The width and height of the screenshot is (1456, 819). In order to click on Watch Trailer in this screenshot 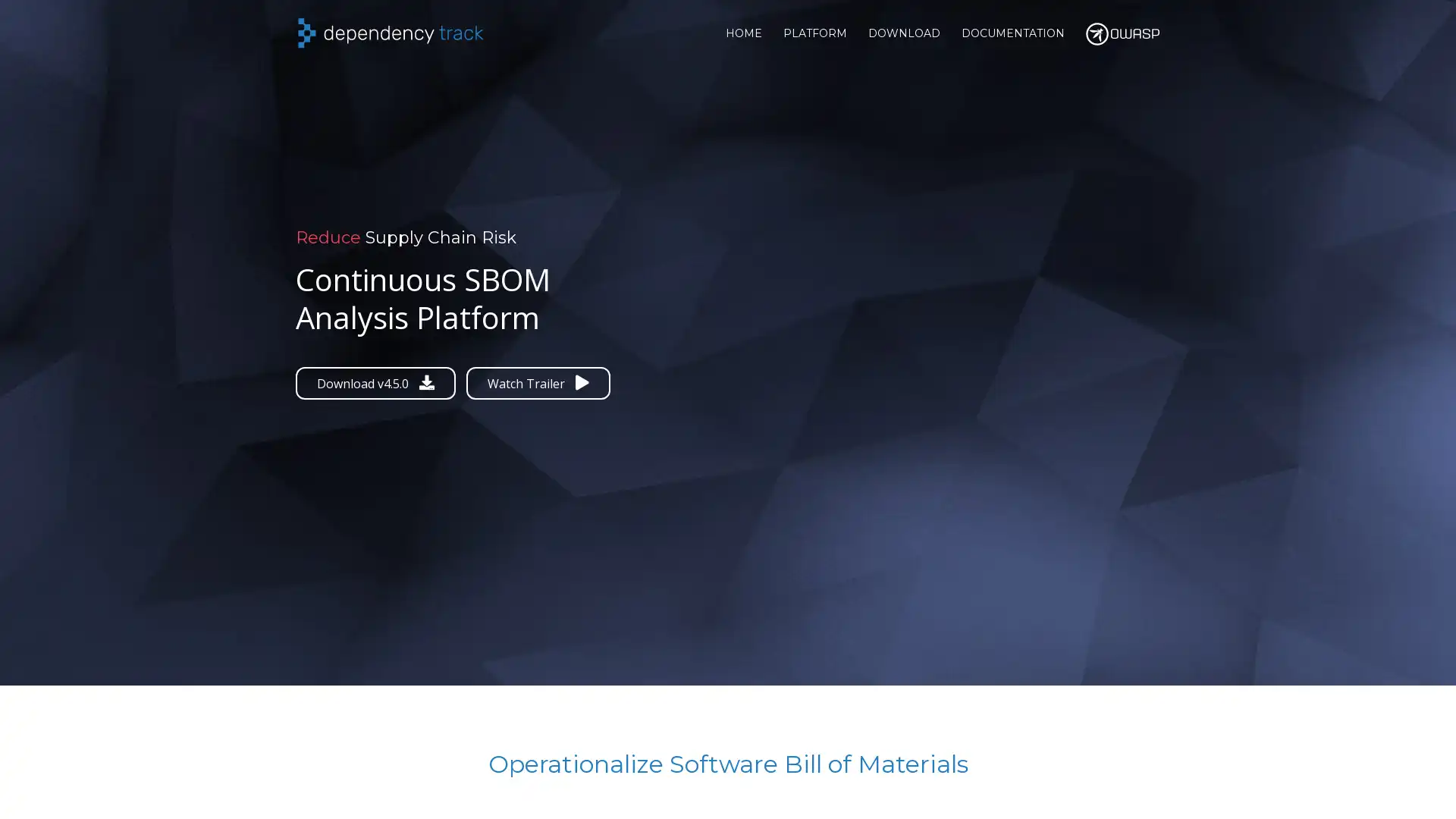, I will do `click(538, 382)`.